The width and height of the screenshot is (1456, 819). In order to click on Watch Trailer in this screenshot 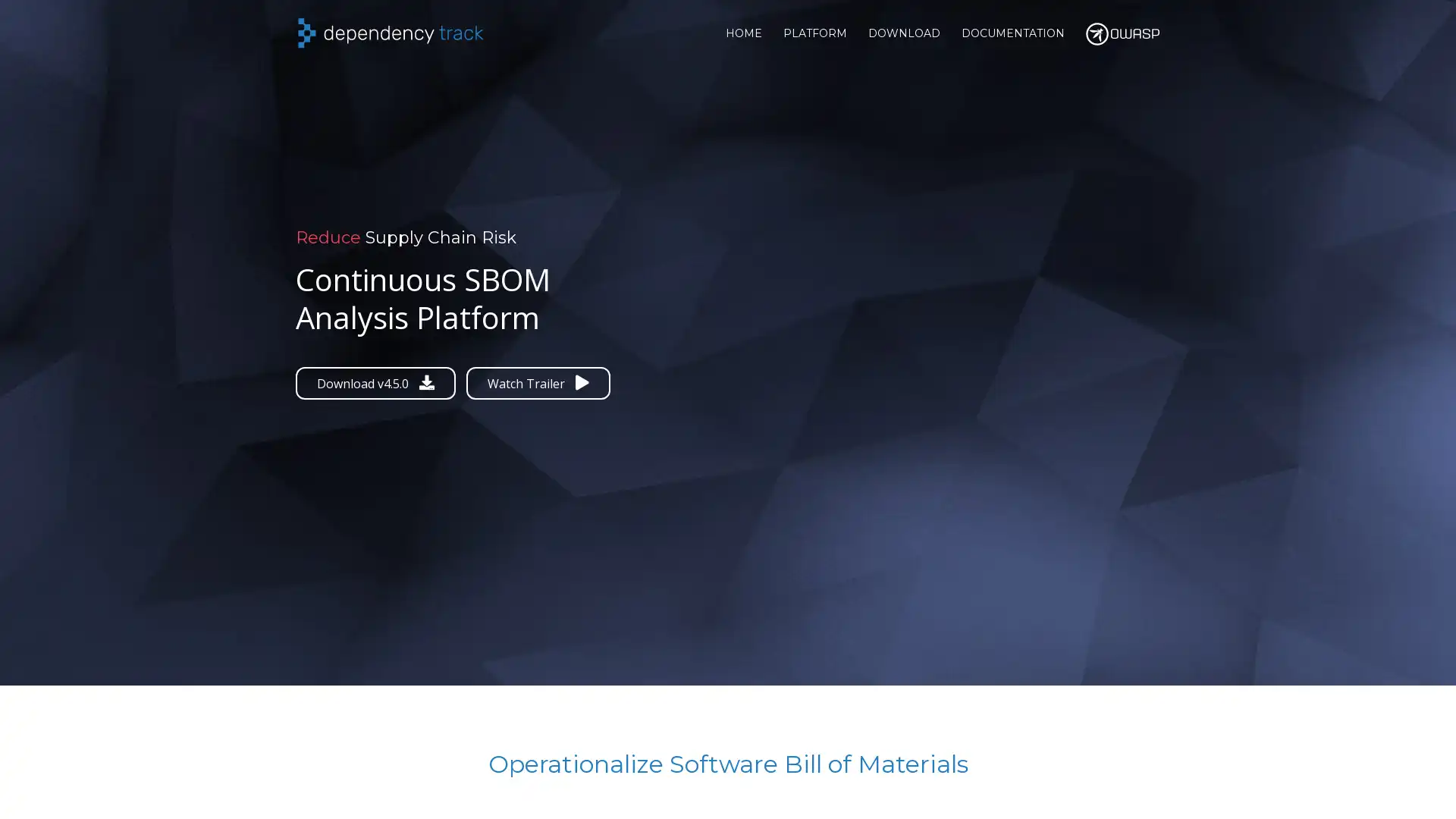, I will do `click(538, 382)`.